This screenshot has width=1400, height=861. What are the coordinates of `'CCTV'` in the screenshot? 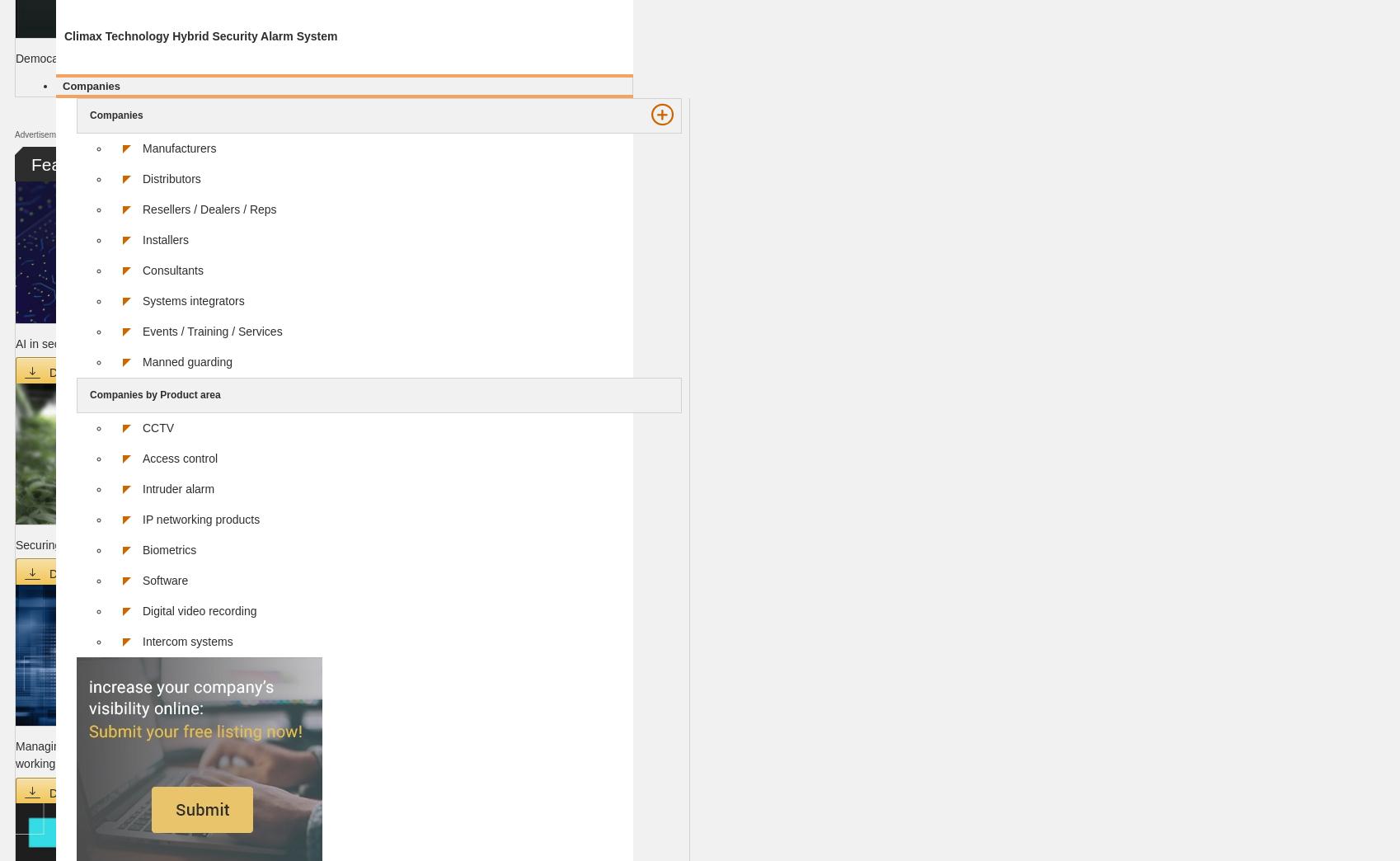 It's located at (158, 427).